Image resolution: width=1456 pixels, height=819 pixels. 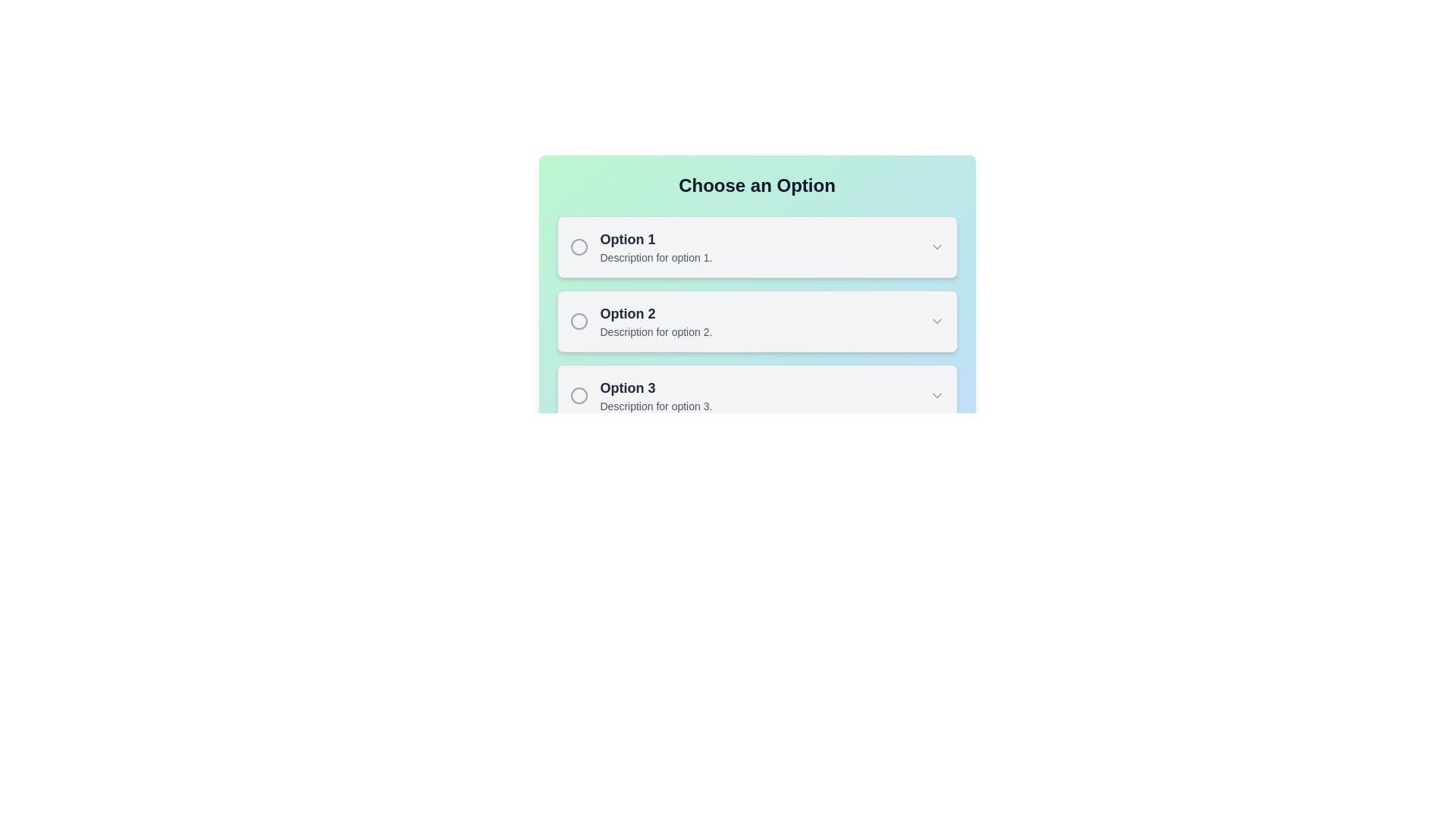 What do you see at coordinates (656, 239) in the screenshot?
I see `the text label that serves as the title for the first option in a list of selectable options by clicking on it` at bounding box center [656, 239].